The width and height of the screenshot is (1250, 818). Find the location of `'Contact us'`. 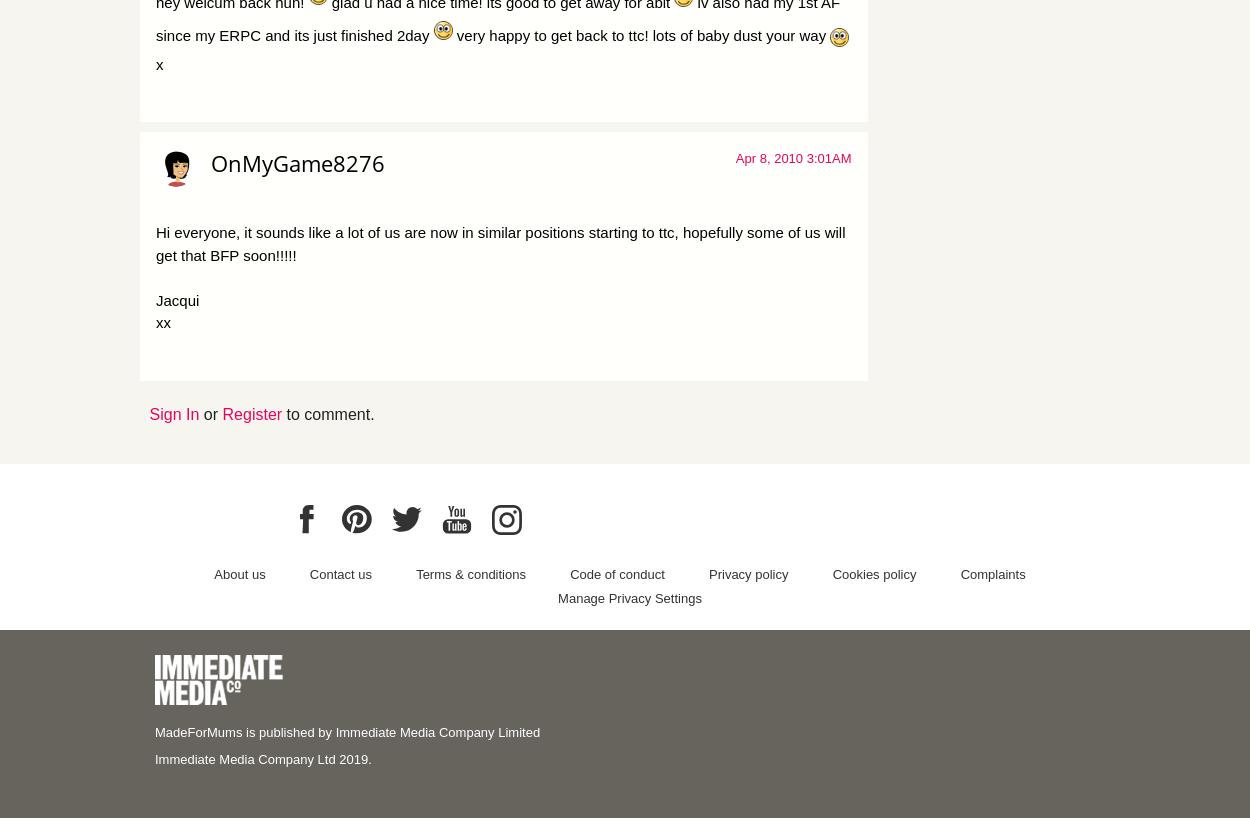

'Contact us' is located at coordinates (309, 572).